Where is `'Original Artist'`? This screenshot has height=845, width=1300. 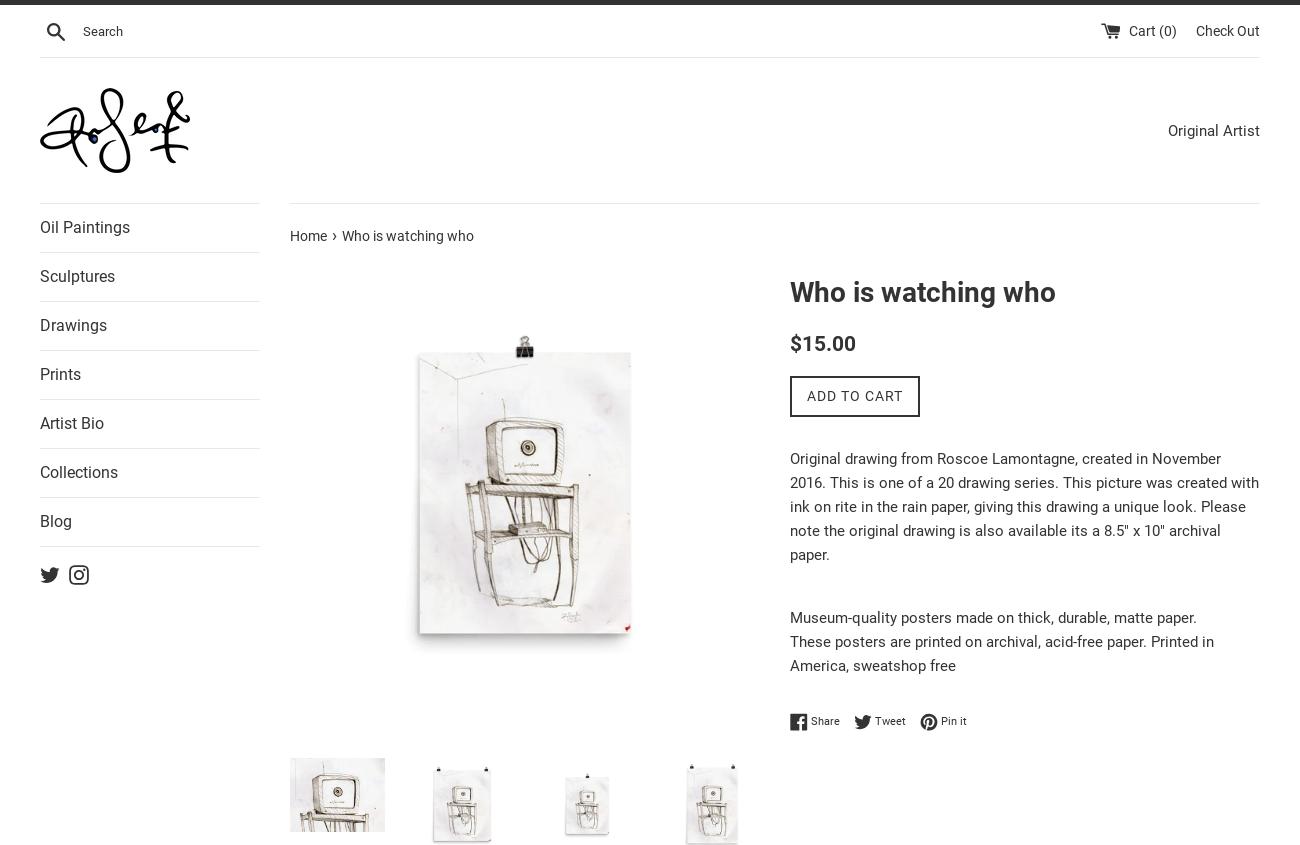 'Original Artist' is located at coordinates (1168, 129).